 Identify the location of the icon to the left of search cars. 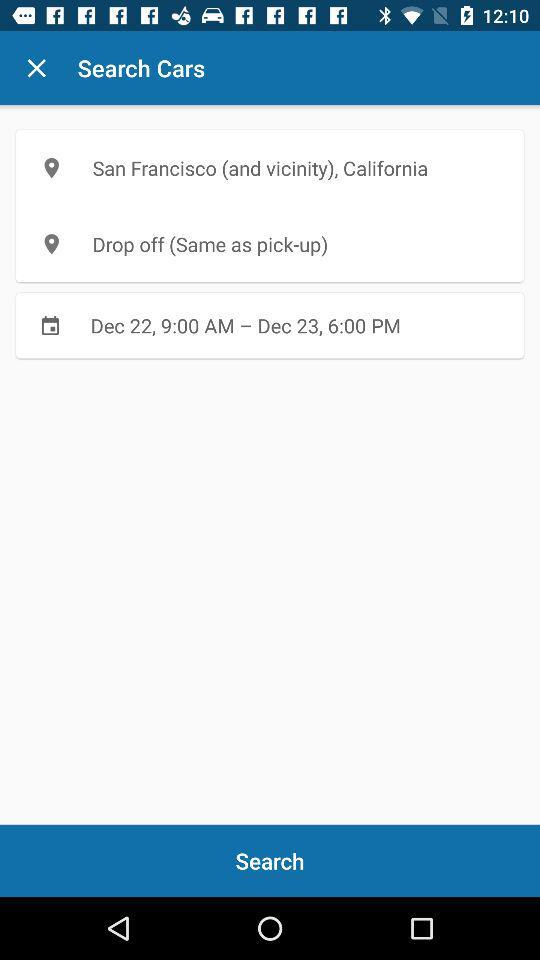
(36, 68).